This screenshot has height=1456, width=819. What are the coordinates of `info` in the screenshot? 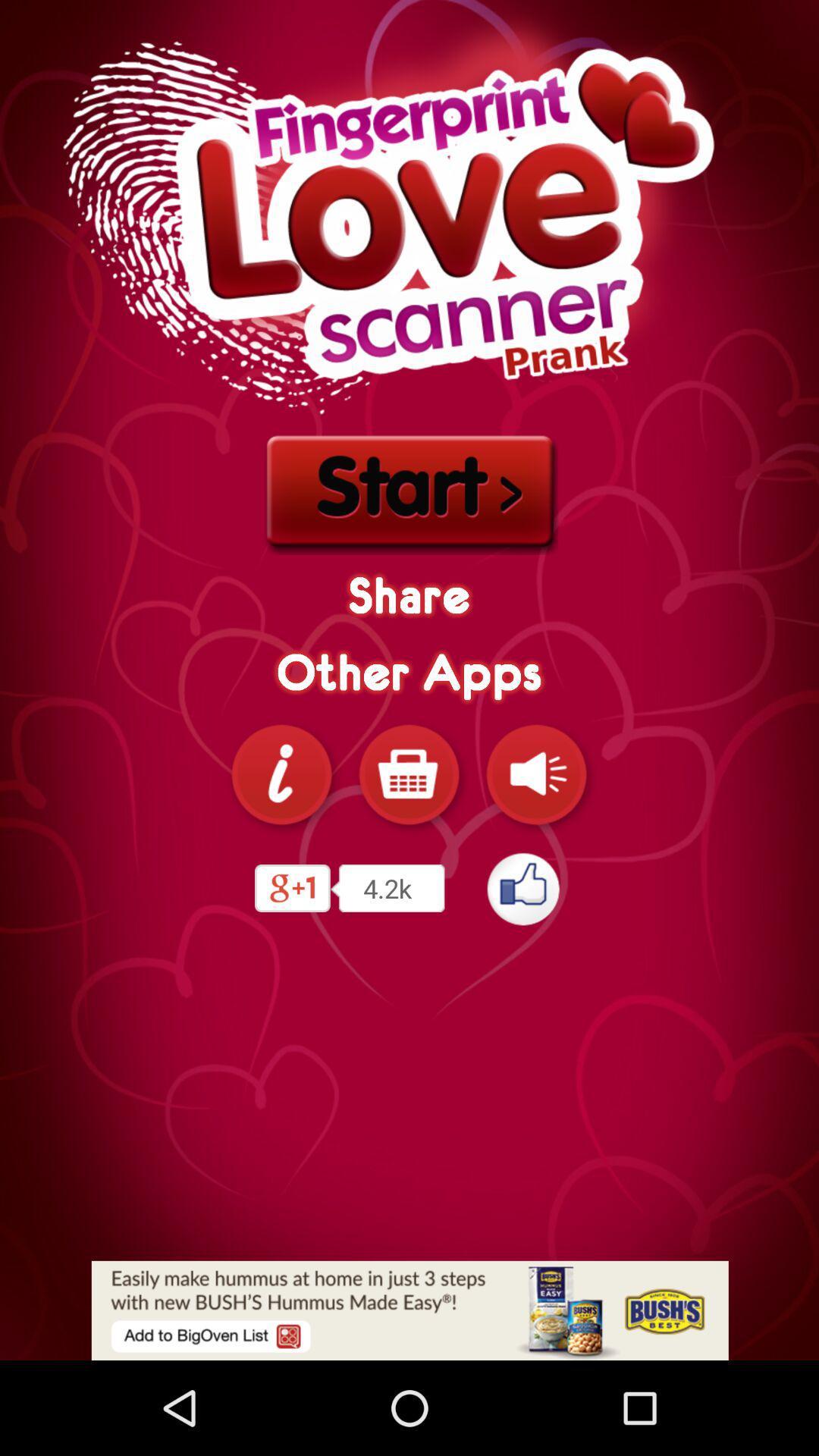 It's located at (281, 774).